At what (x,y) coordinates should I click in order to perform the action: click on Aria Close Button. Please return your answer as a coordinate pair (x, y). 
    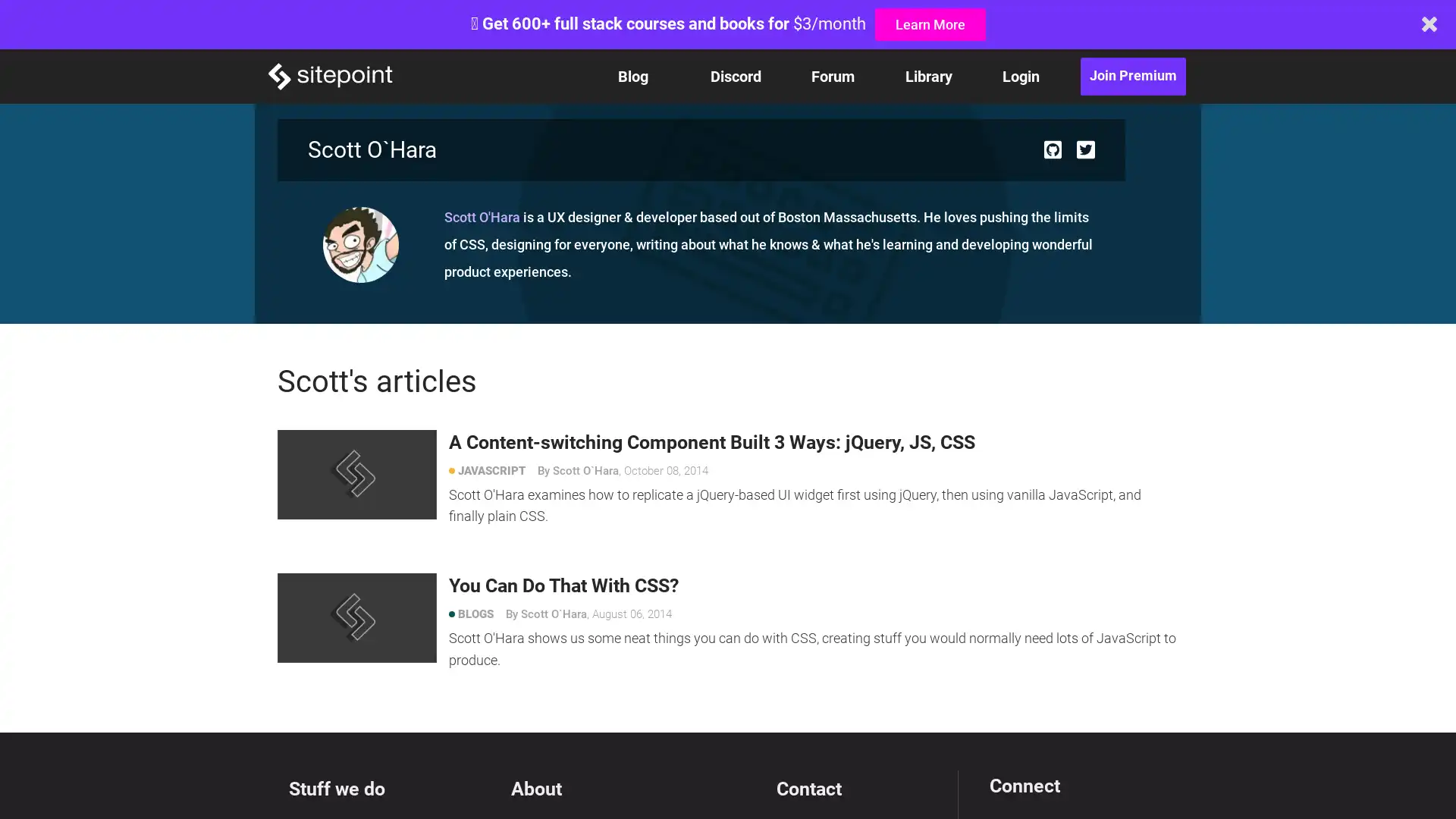
    Looking at the image, I should click on (1429, 24).